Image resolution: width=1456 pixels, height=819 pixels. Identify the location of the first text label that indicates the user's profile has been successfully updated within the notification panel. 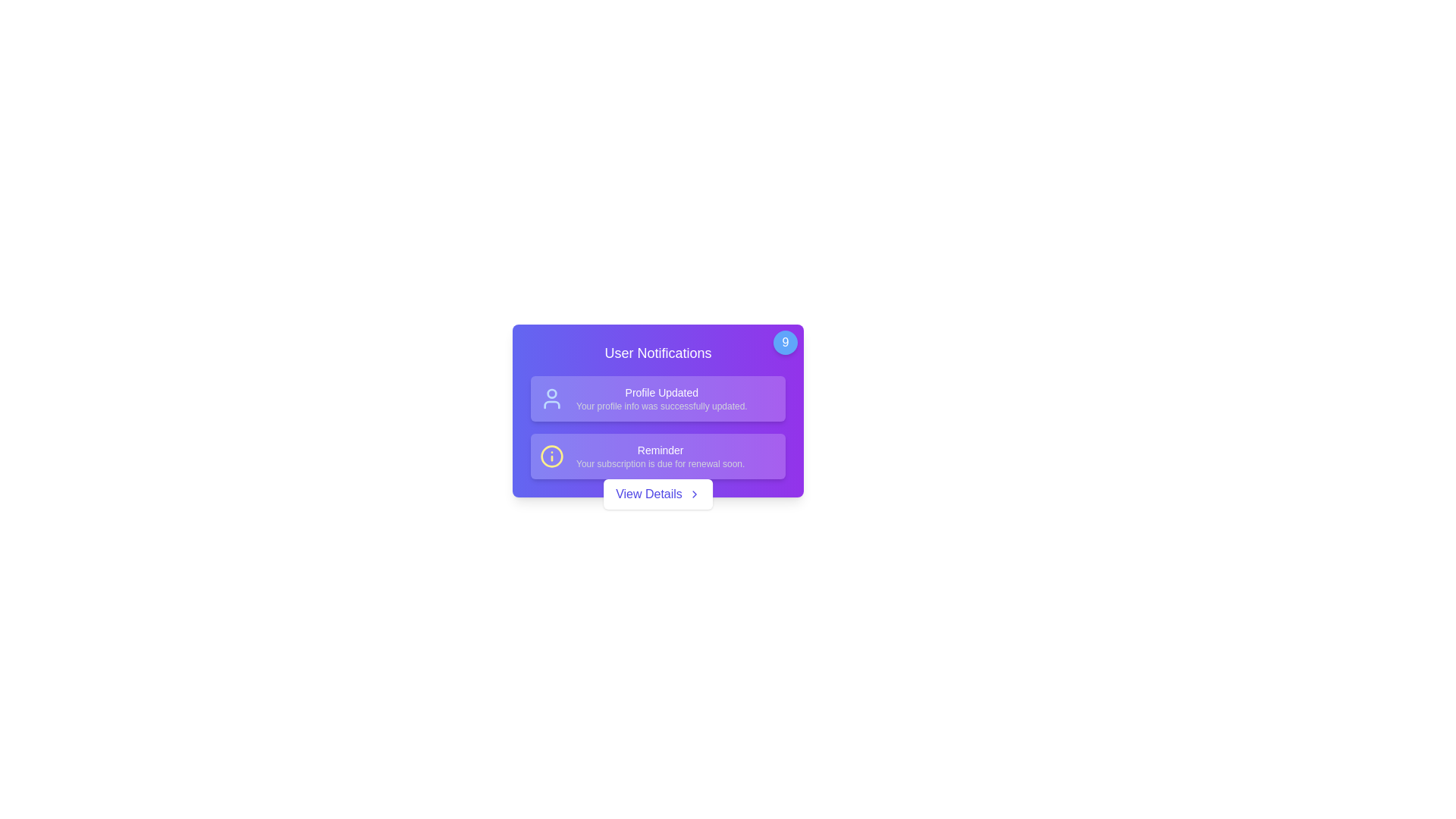
(661, 391).